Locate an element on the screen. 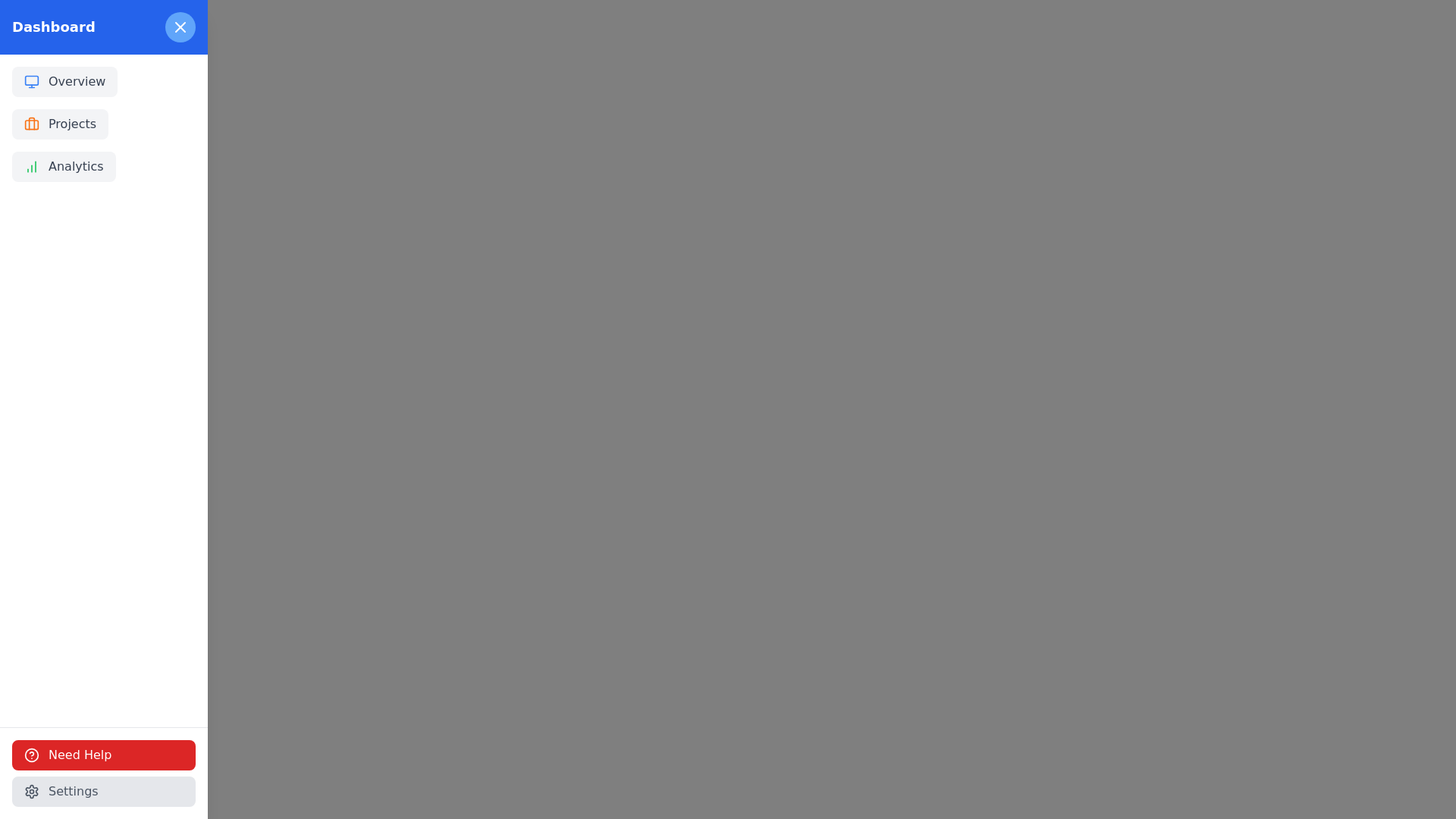  the close button located on the top-right corner of the blue bar labeled 'Dashboard' is located at coordinates (180, 27).